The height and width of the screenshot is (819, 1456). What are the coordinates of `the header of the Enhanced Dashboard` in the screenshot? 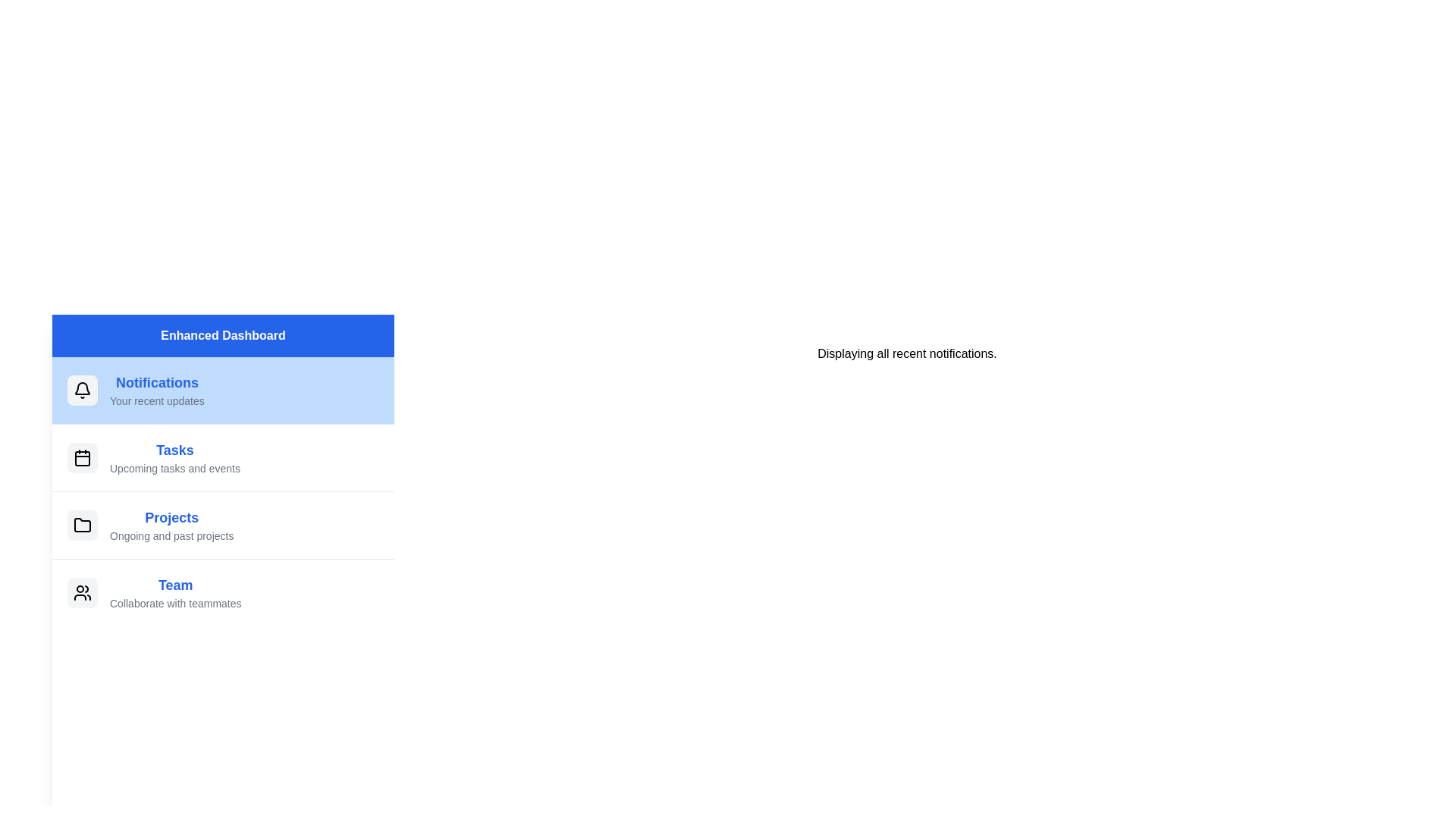 It's located at (222, 335).